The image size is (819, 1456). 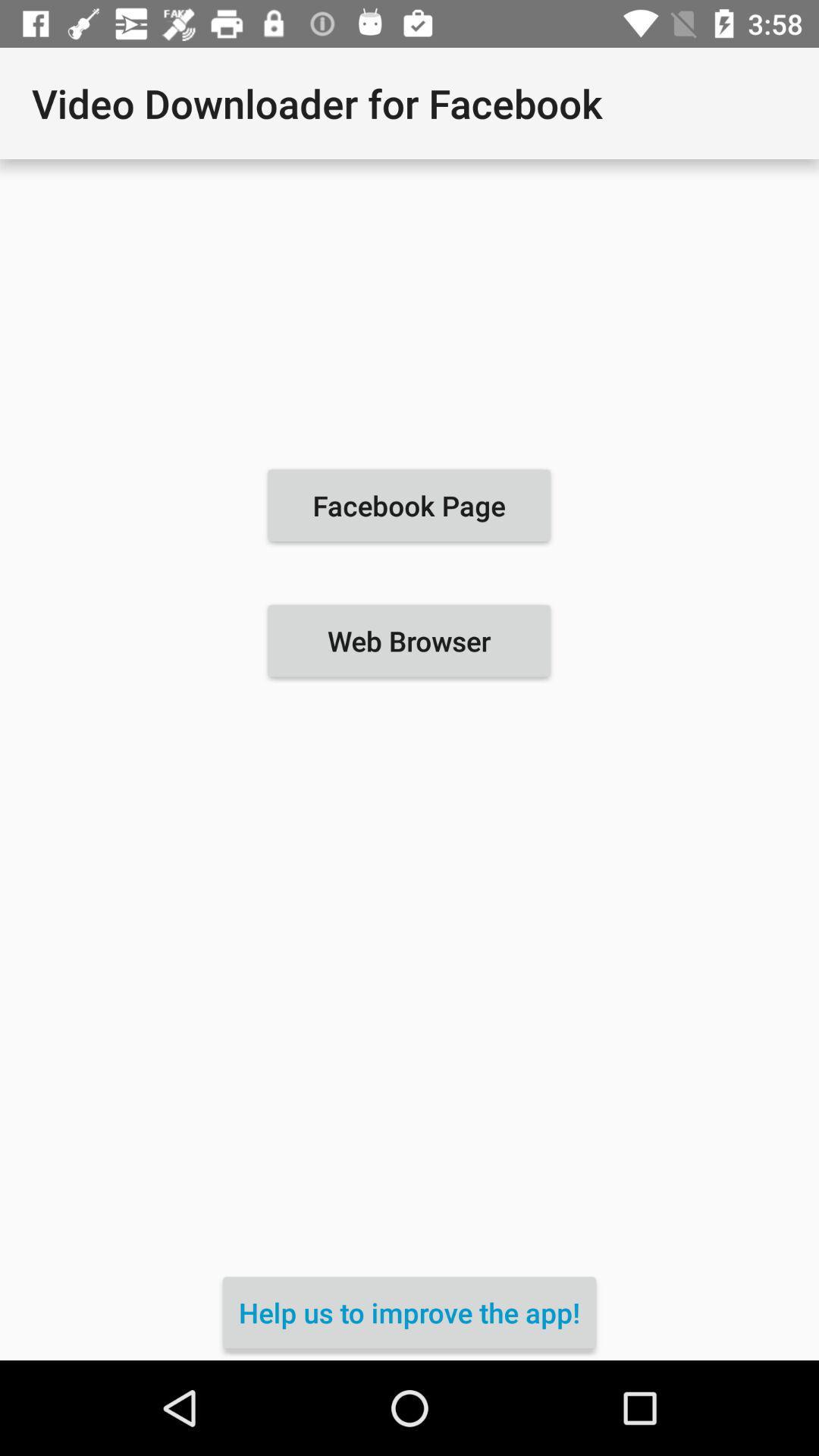 I want to click on help us to, so click(x=409, y=1312).